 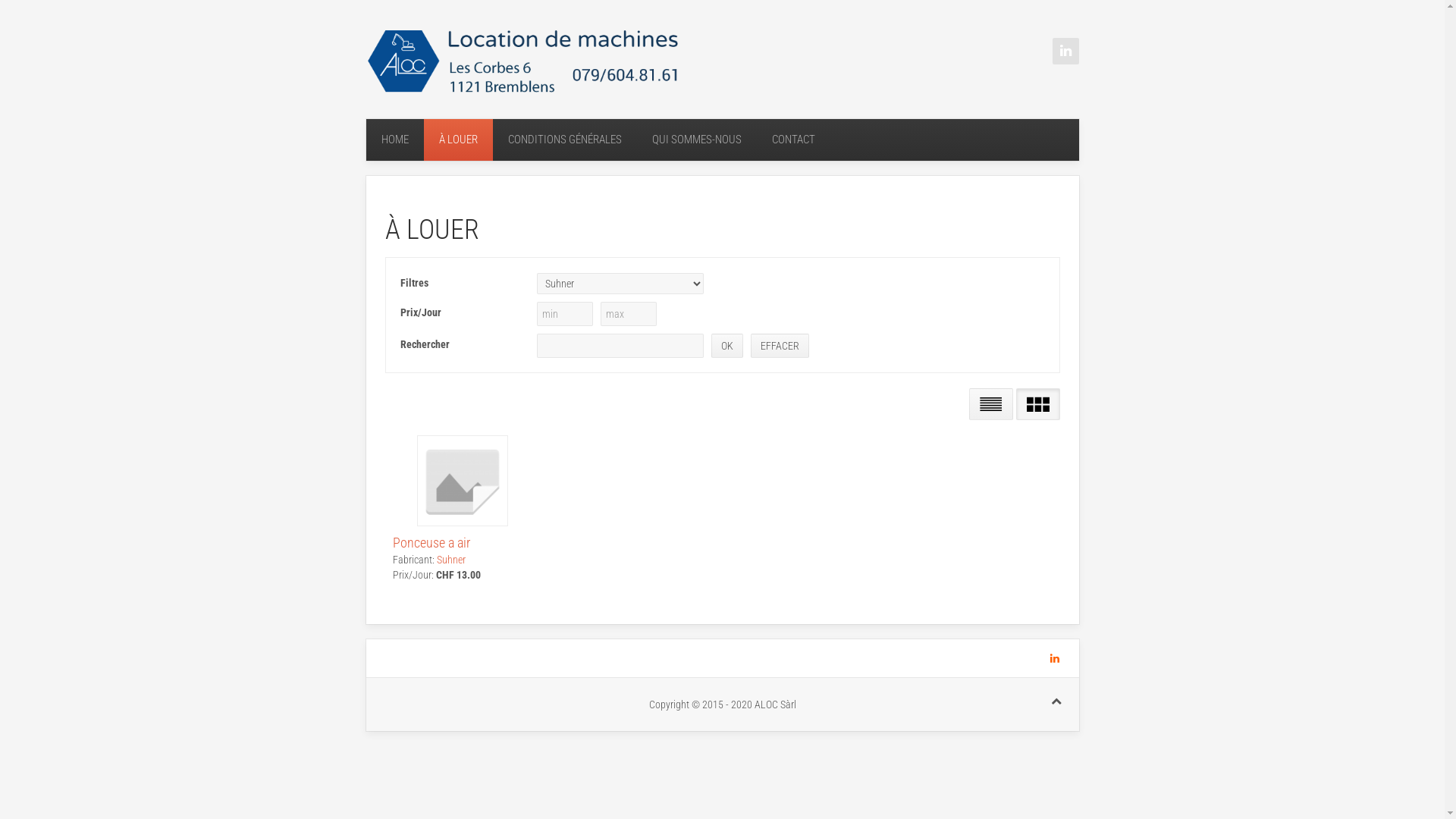 I want to click on 'QUI SOMMES-NOUS', so click(x=637, y=140).